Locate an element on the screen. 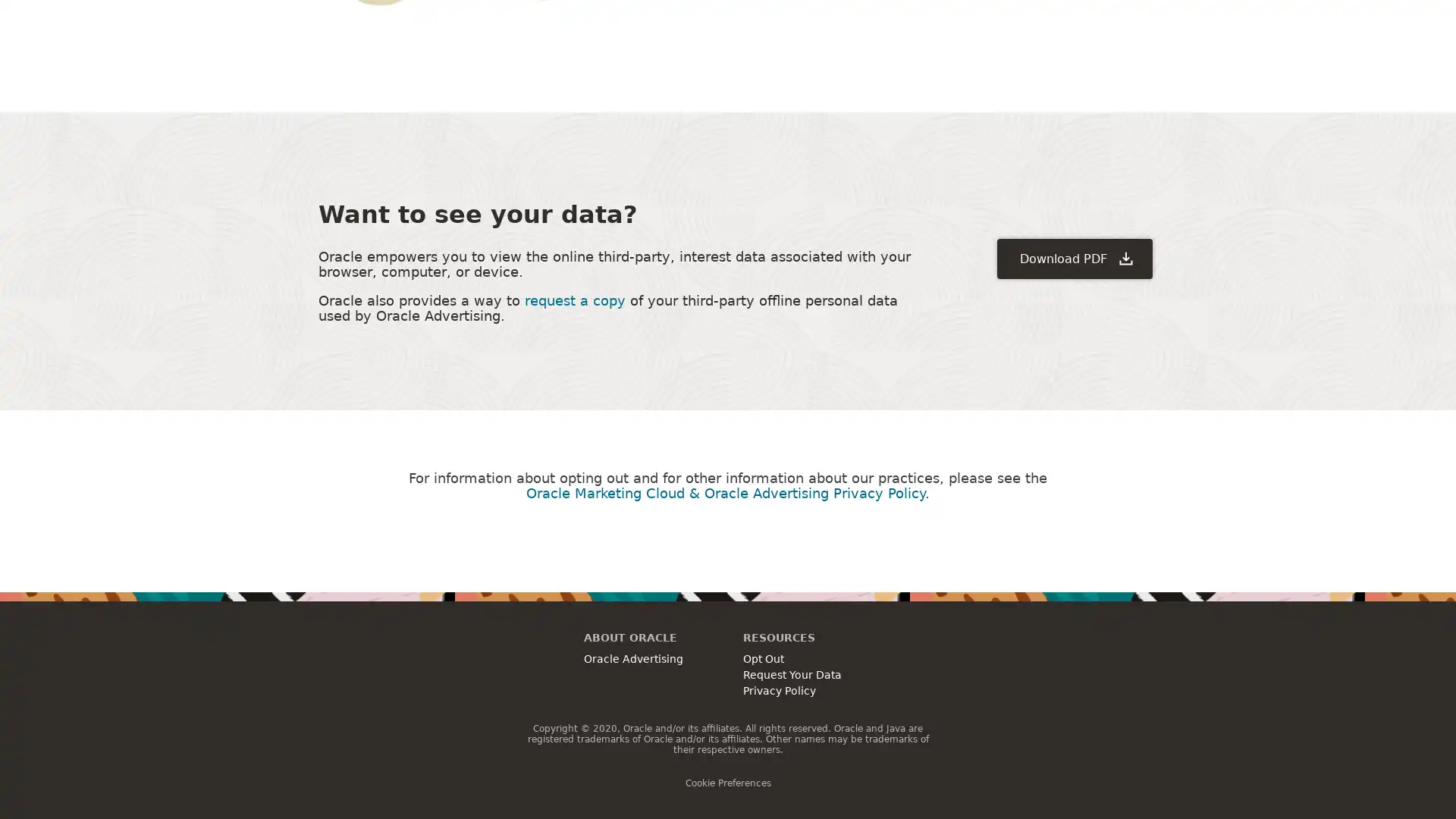 The width and height of the screenshot is (1456, 819). Download PDF is located at coordinates (1074, 257).